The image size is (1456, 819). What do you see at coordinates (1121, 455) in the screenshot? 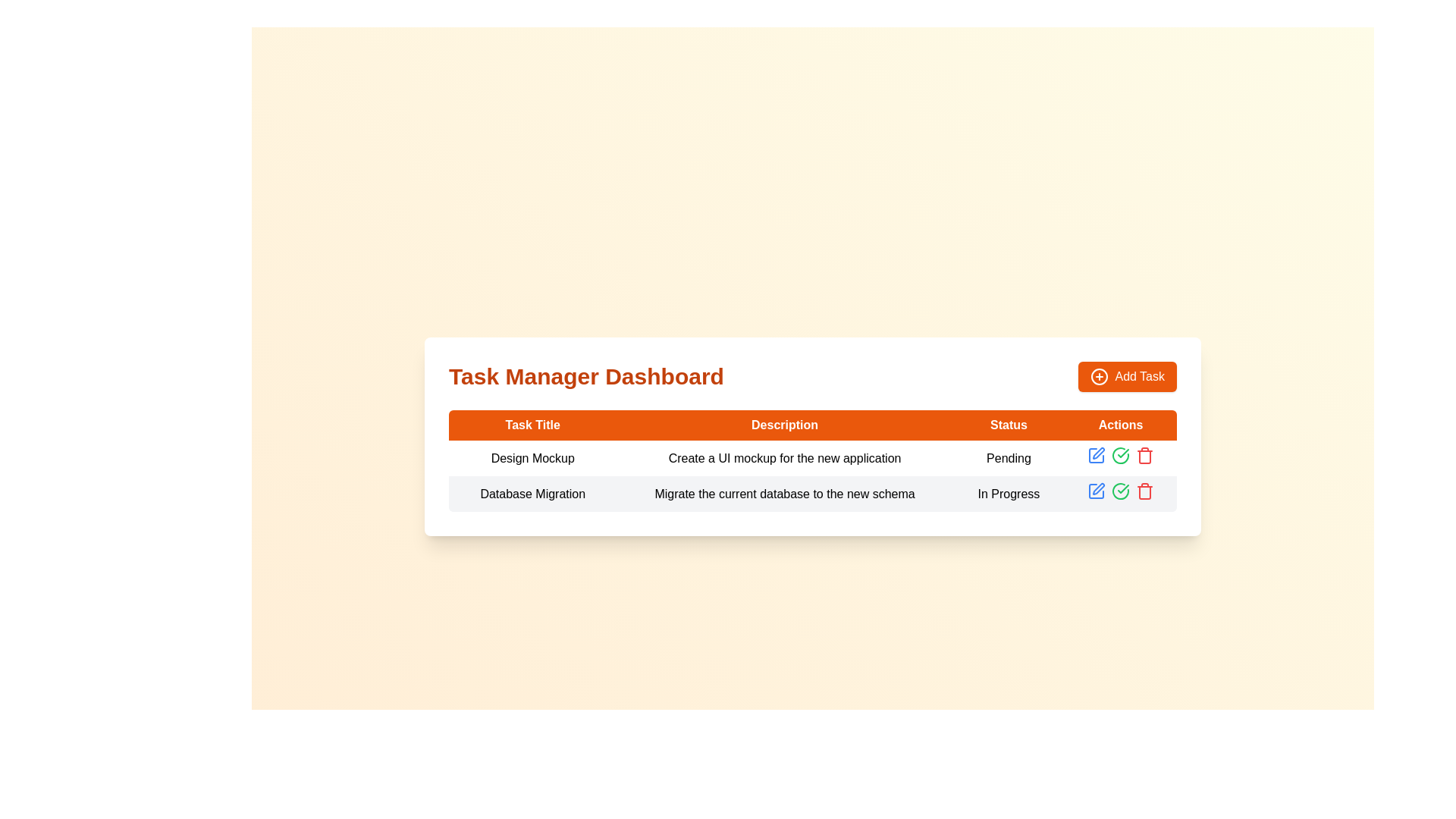
I see `the button with a checkmark icon in the 'Actions' column of the second row in the task table to mark the corresponding task as completed` at bounding box center [1121, 455].